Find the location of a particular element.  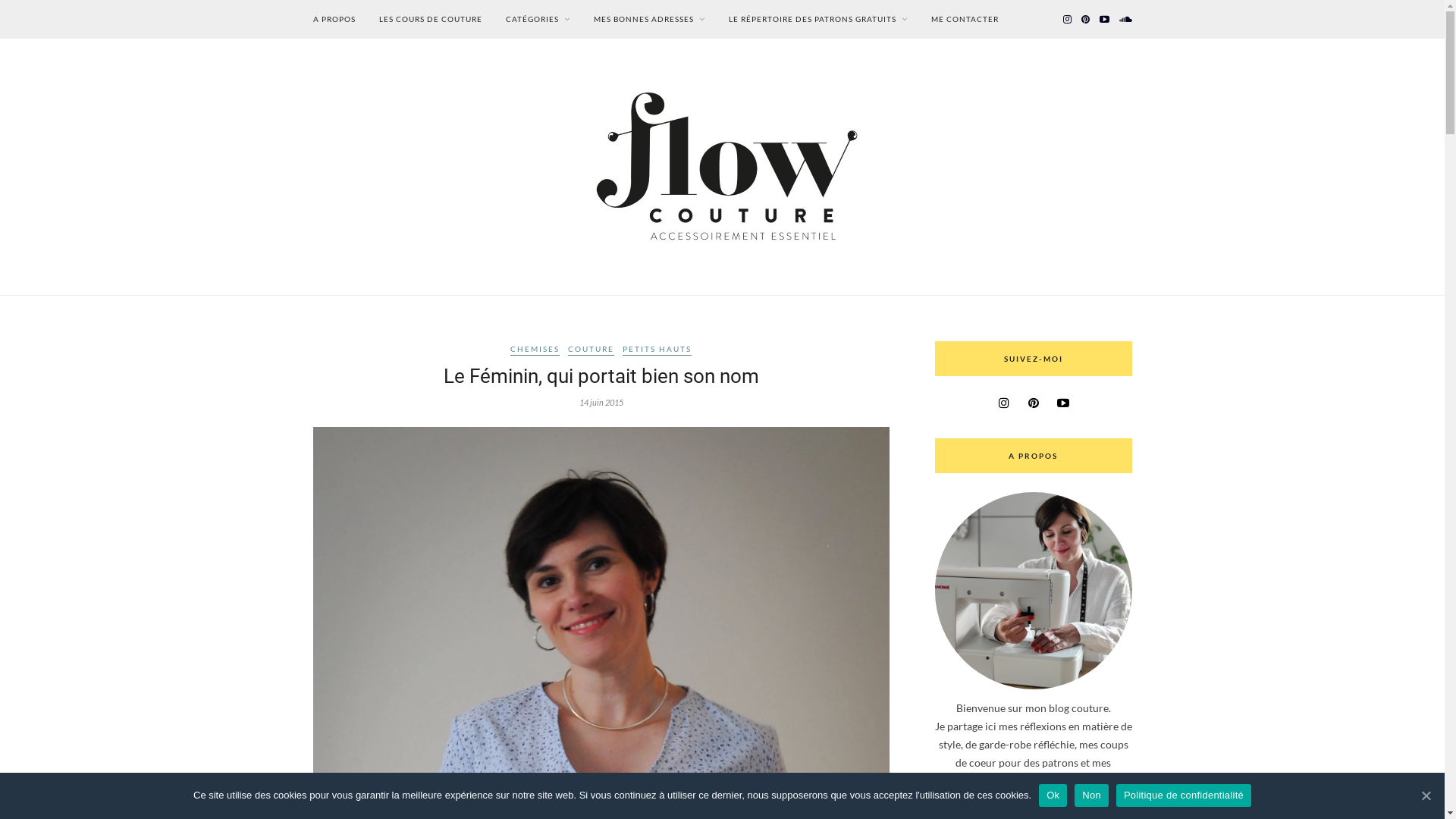

'MES BONNES ADRESSES' is located at coordinates (648, 19).